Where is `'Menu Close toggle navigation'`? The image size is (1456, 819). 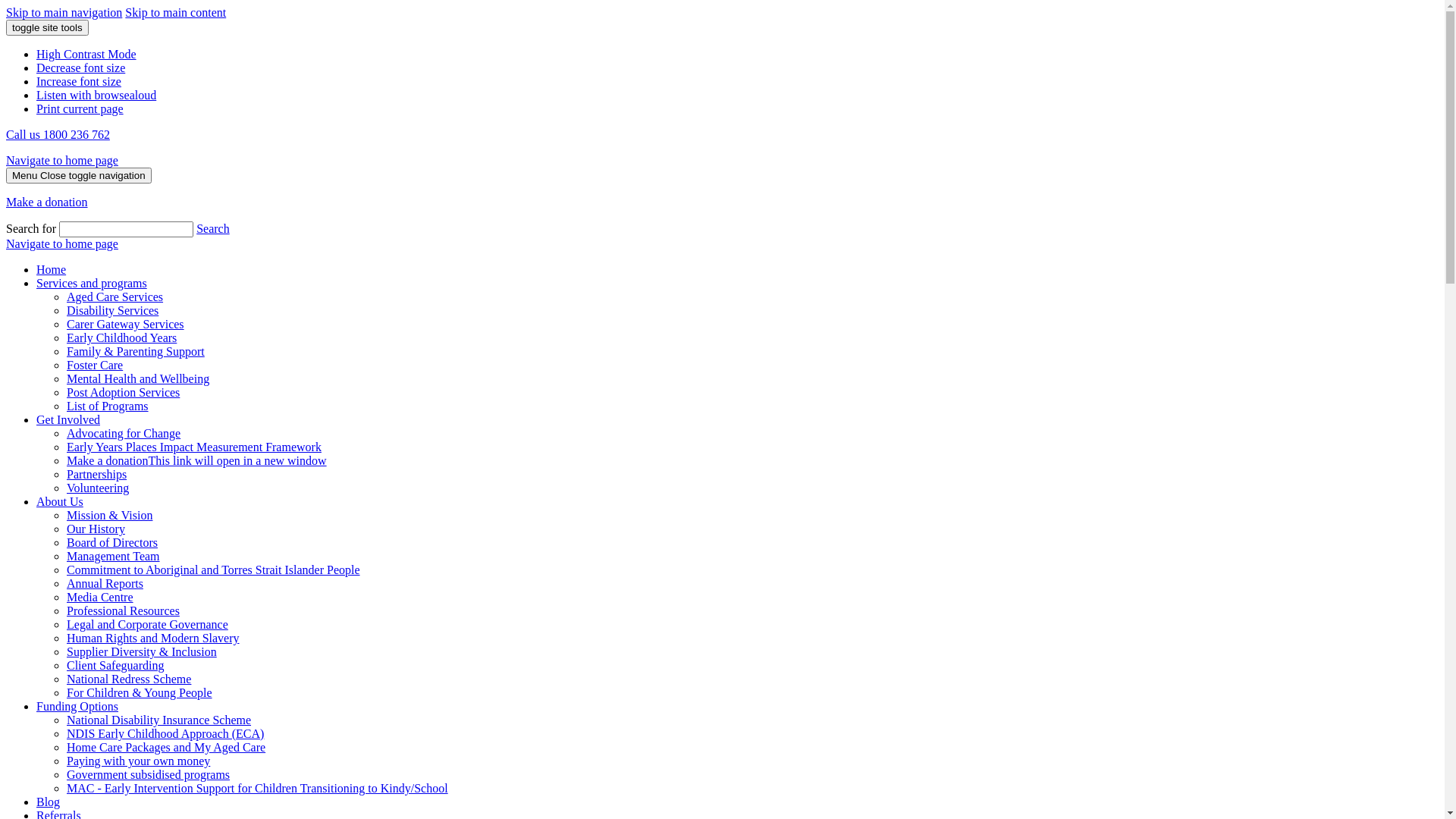 'Menu Close toggle navigation' is located at coordinates (78, 174).